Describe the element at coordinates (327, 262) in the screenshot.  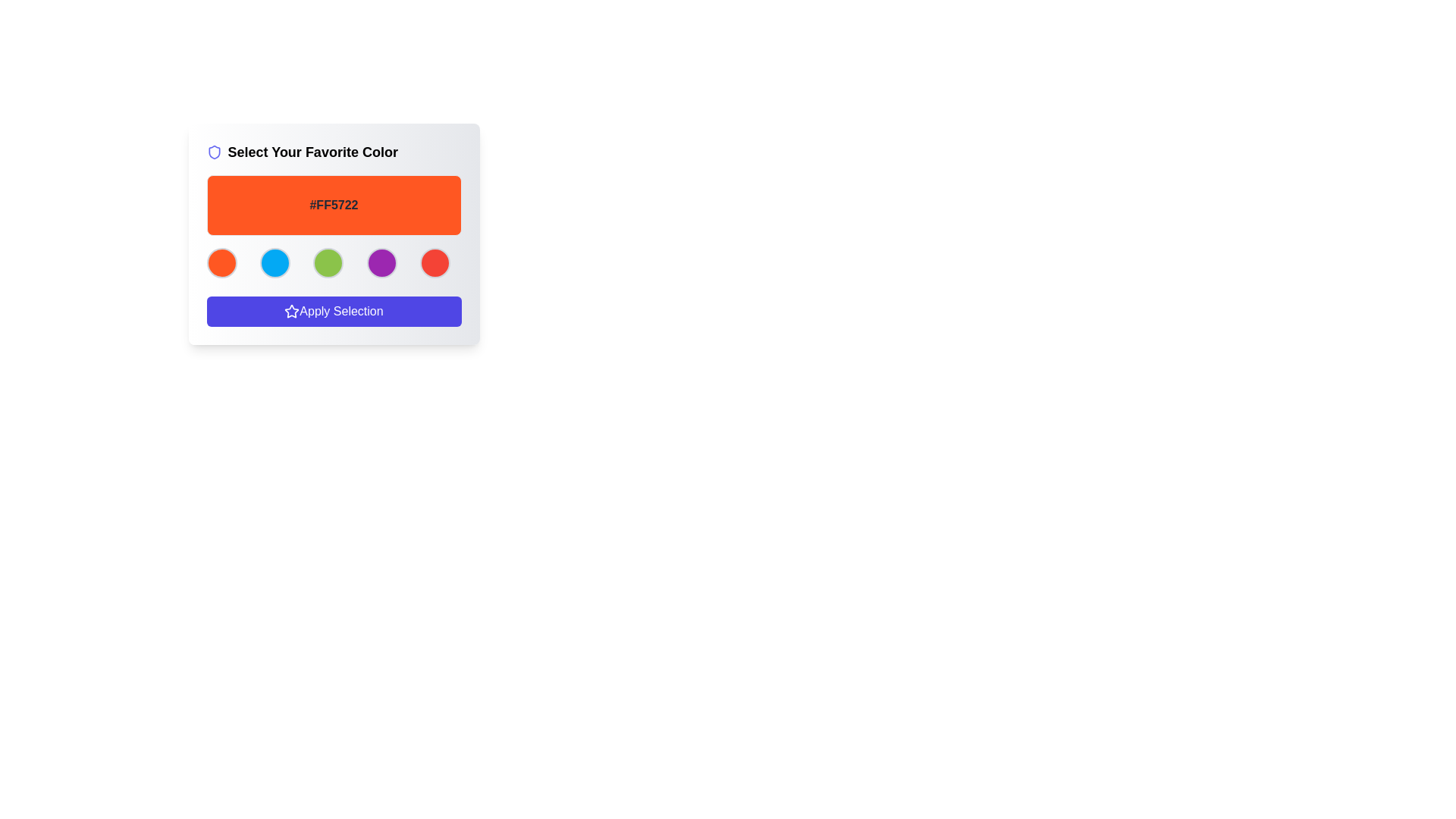
I see `the third circular color button located between the blue button on the left and the purple button on the right` at that location.